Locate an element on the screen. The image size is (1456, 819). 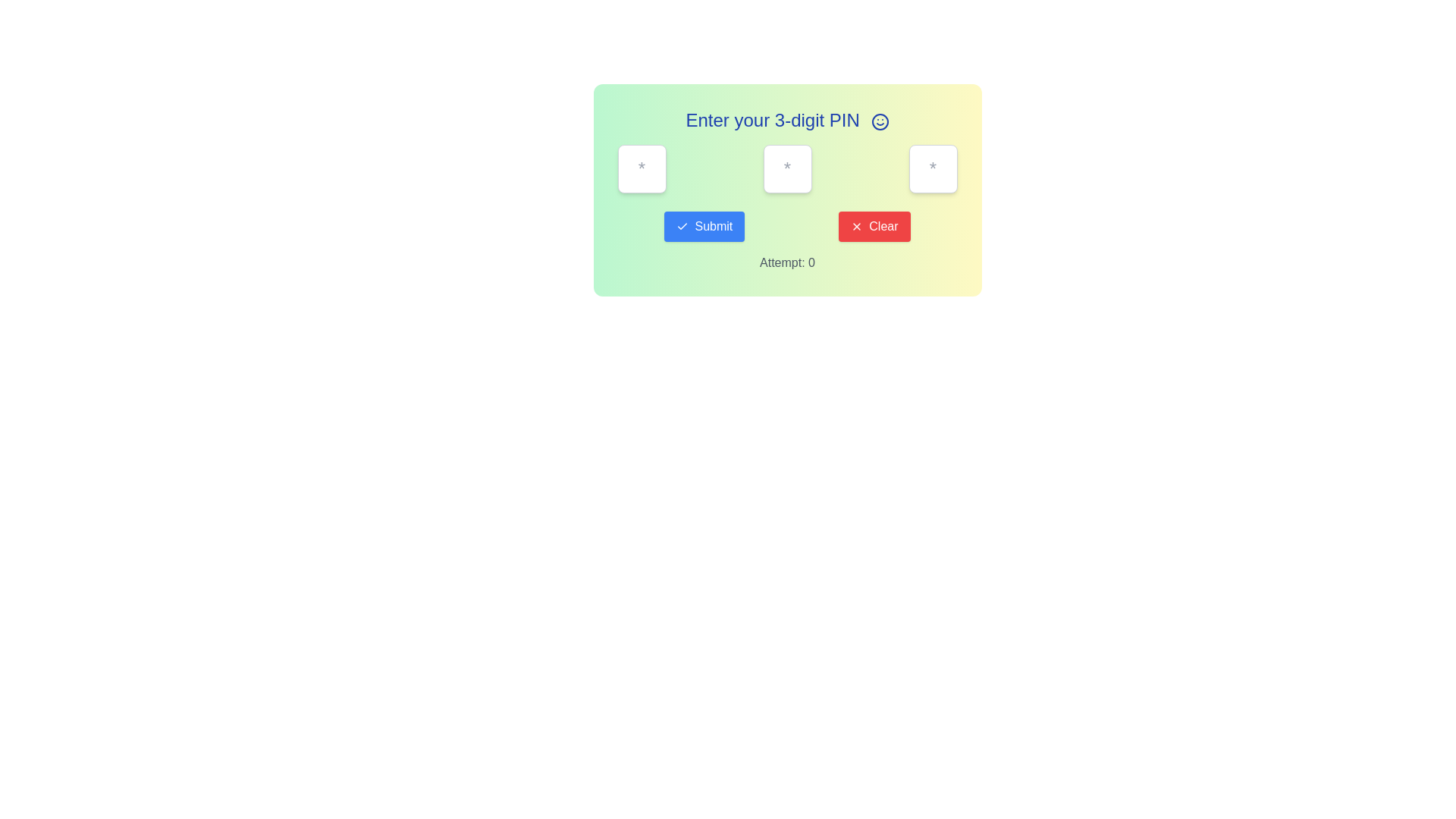
the rectangular button with a red background labeled 'Clear' to trigger its hover effects is located at coordinates (874, 227).